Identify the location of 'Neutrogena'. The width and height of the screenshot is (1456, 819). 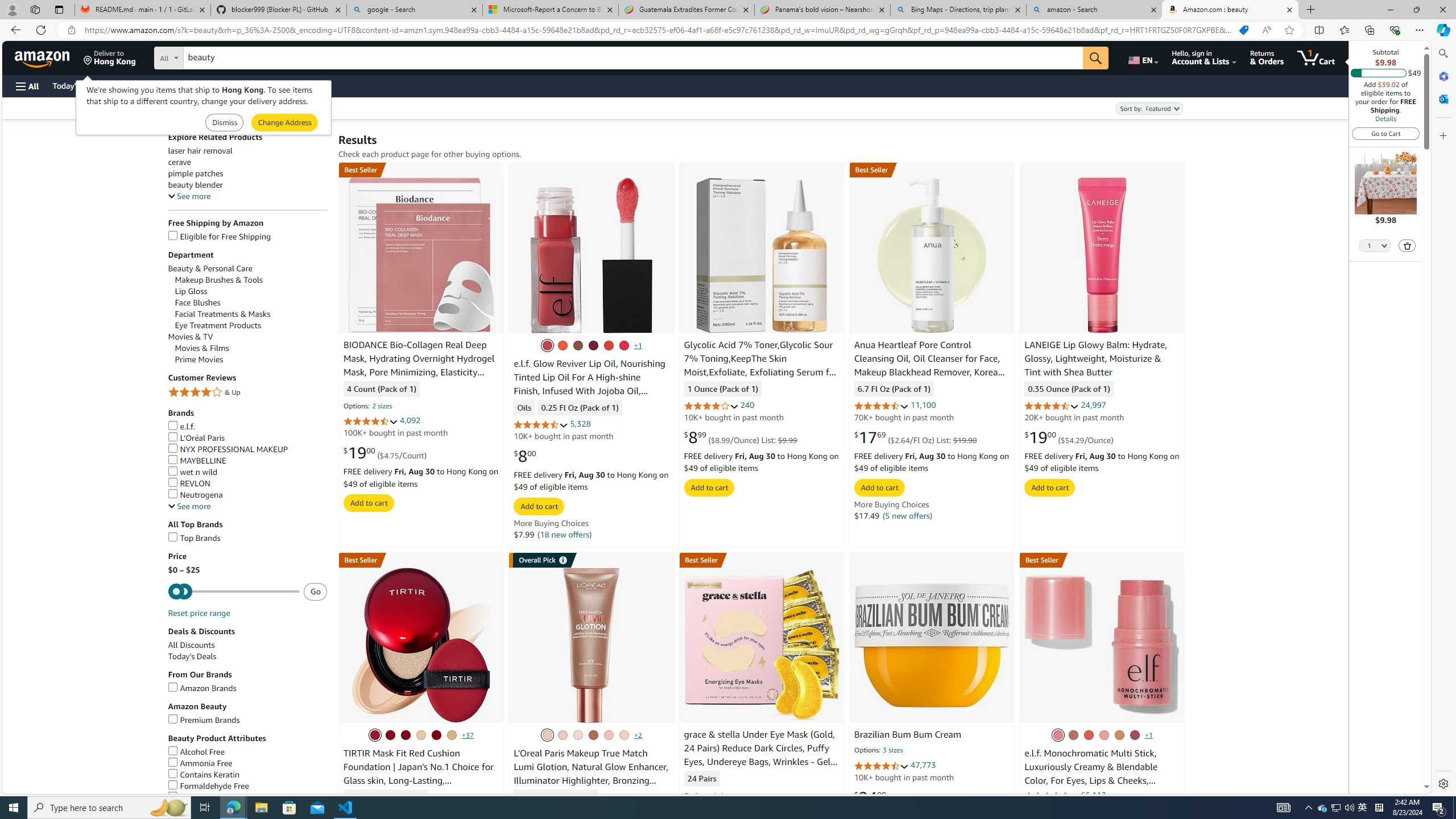
(247, 494).